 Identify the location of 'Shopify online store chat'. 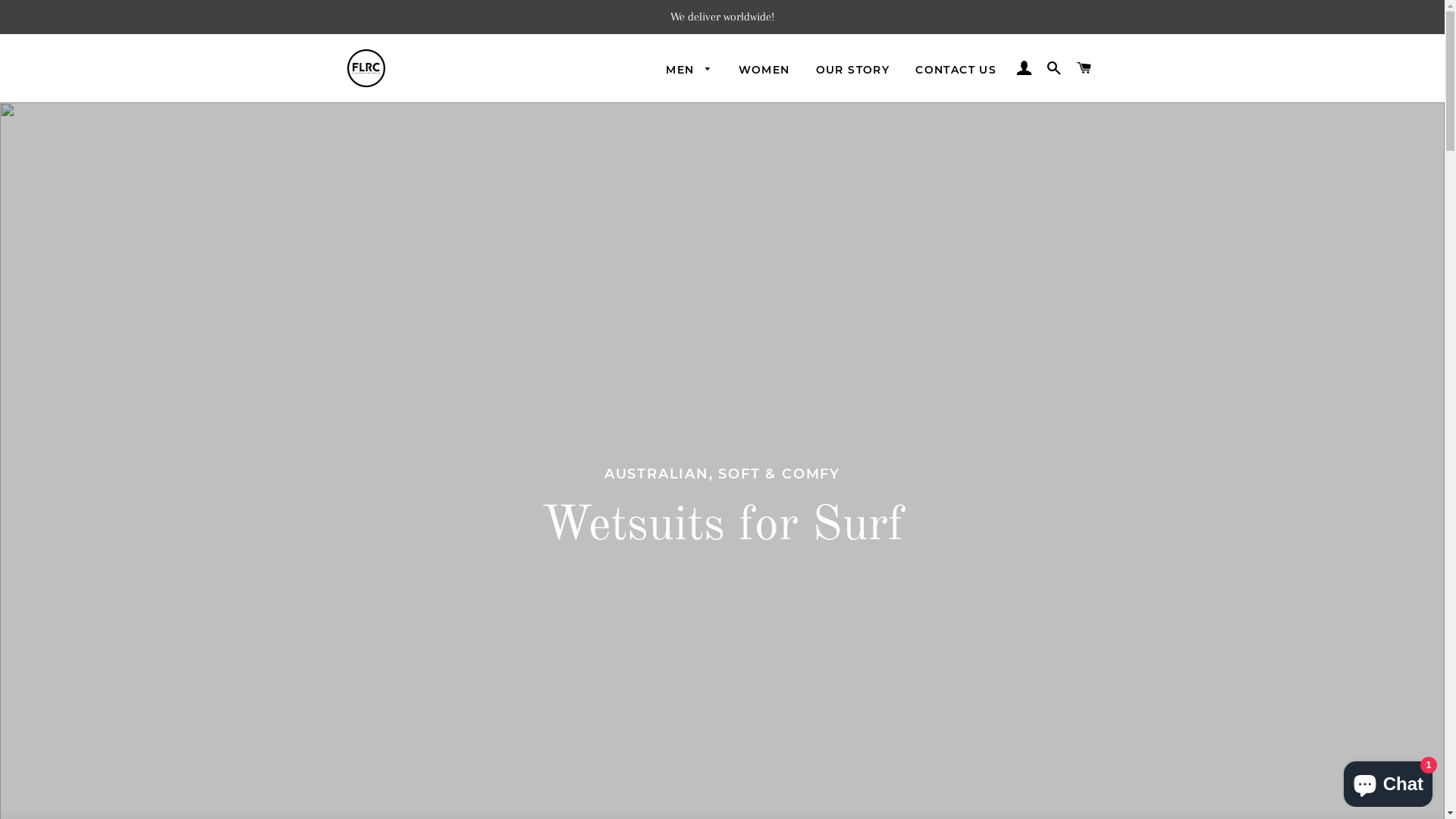
(1339, 780).